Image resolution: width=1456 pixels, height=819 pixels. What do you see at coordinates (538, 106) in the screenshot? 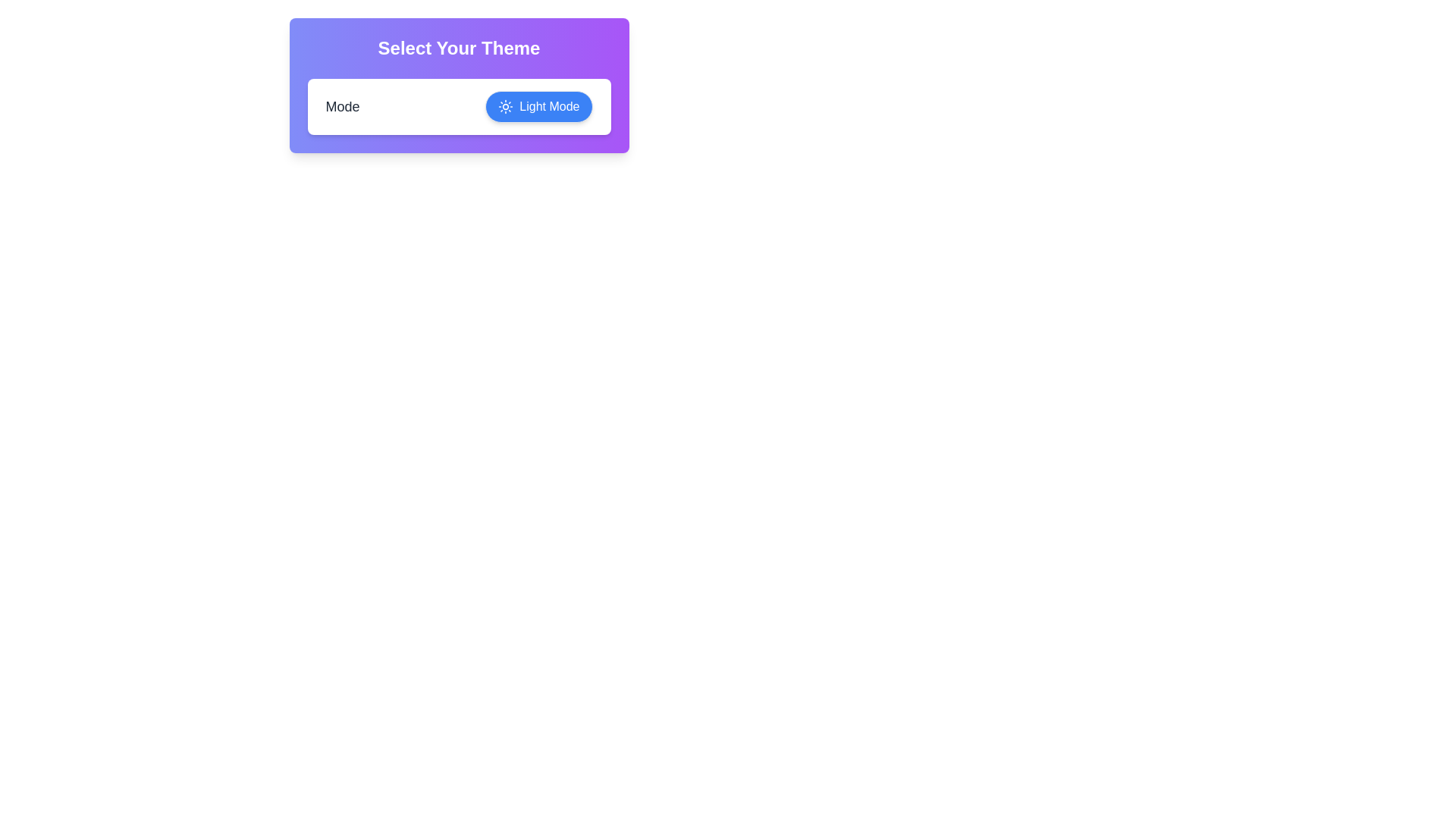
I see `the theme toggle button to switch the theme` at bounding box center [538, 106].